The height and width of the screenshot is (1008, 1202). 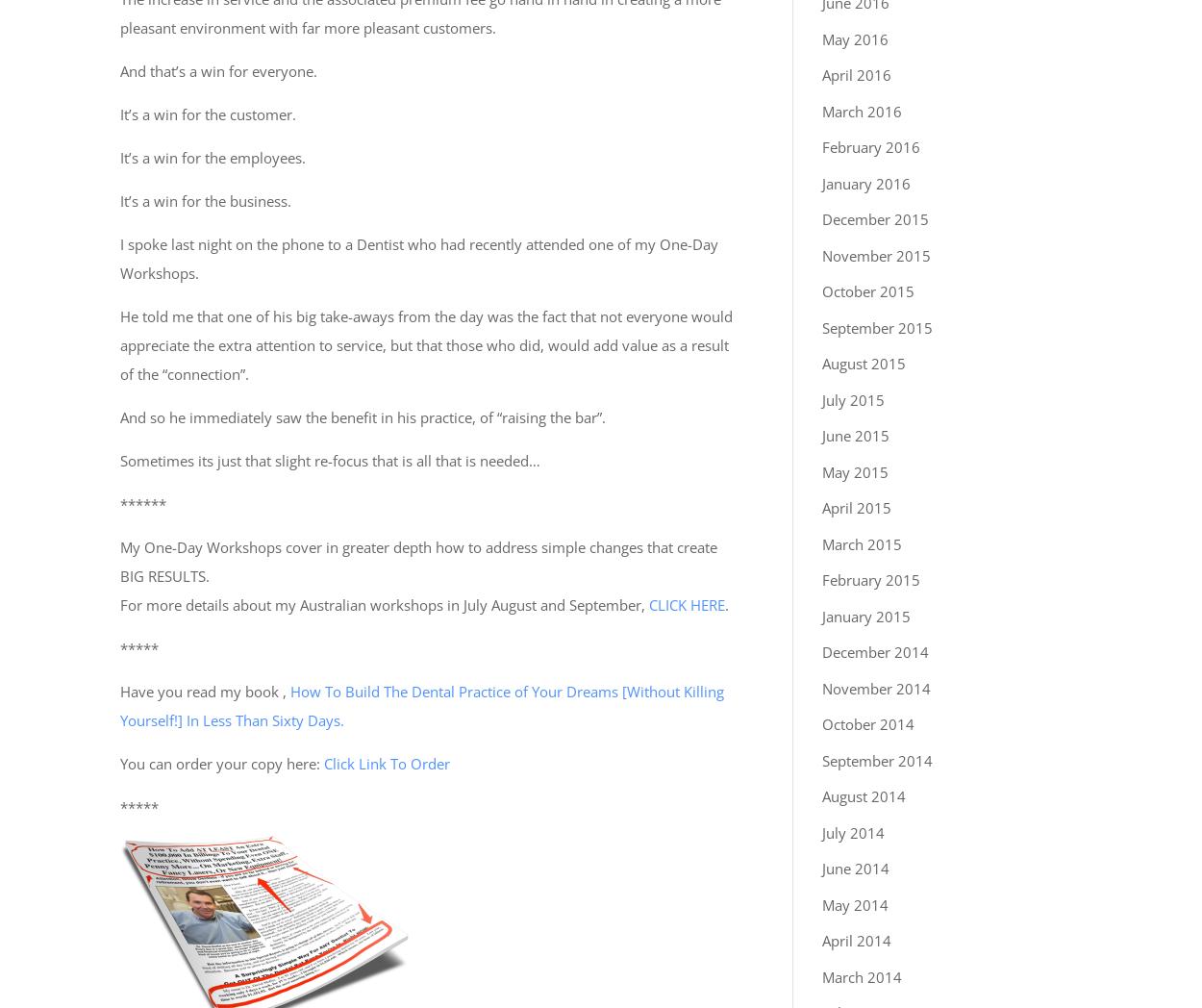 What do you see at coordinates (217, 70) in the screenshot?
I see `'And that’s a win for everyone.'` at bounding box center [217, 70].